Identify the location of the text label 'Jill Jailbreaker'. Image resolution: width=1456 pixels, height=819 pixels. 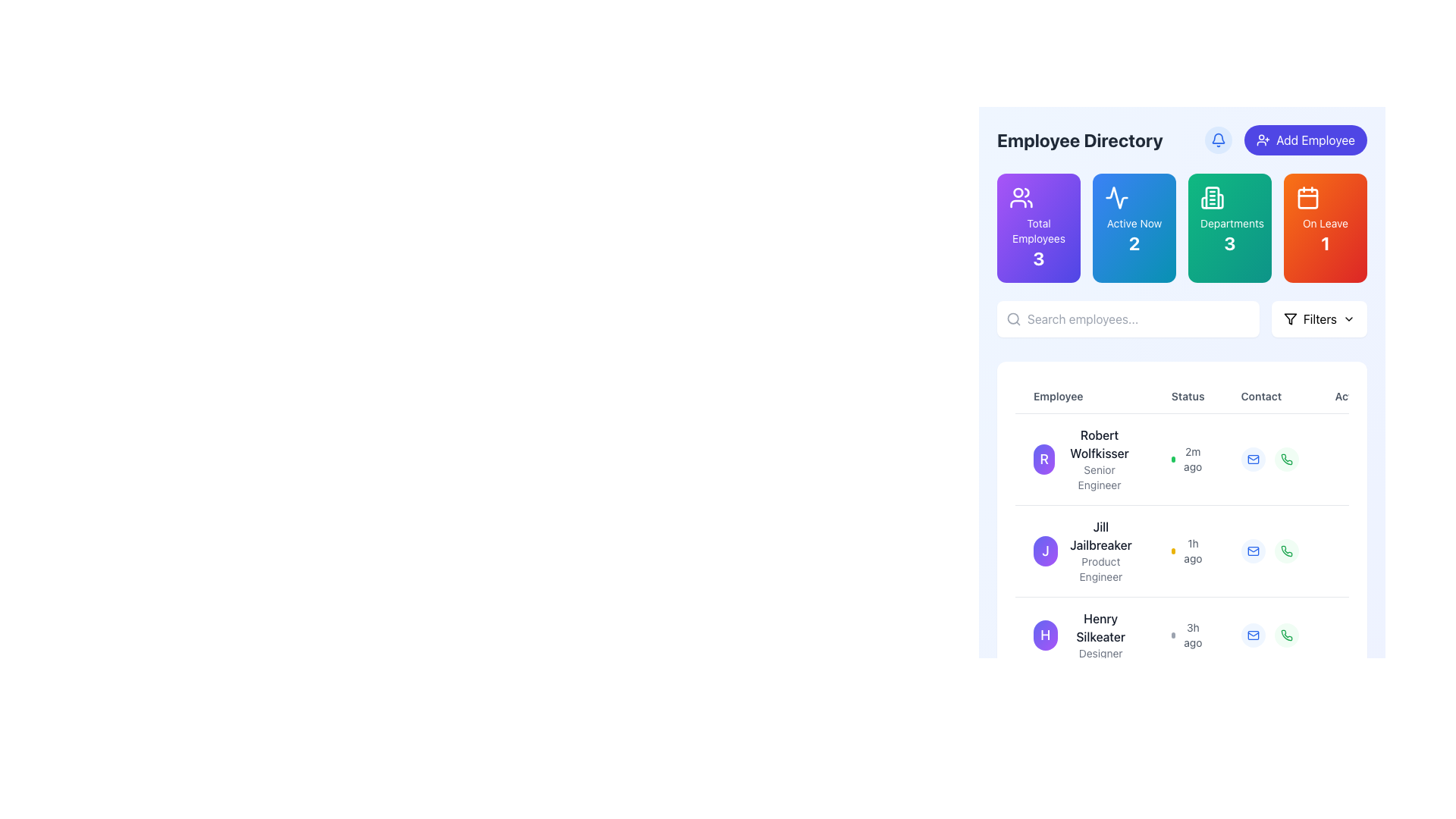
(1100, 535).